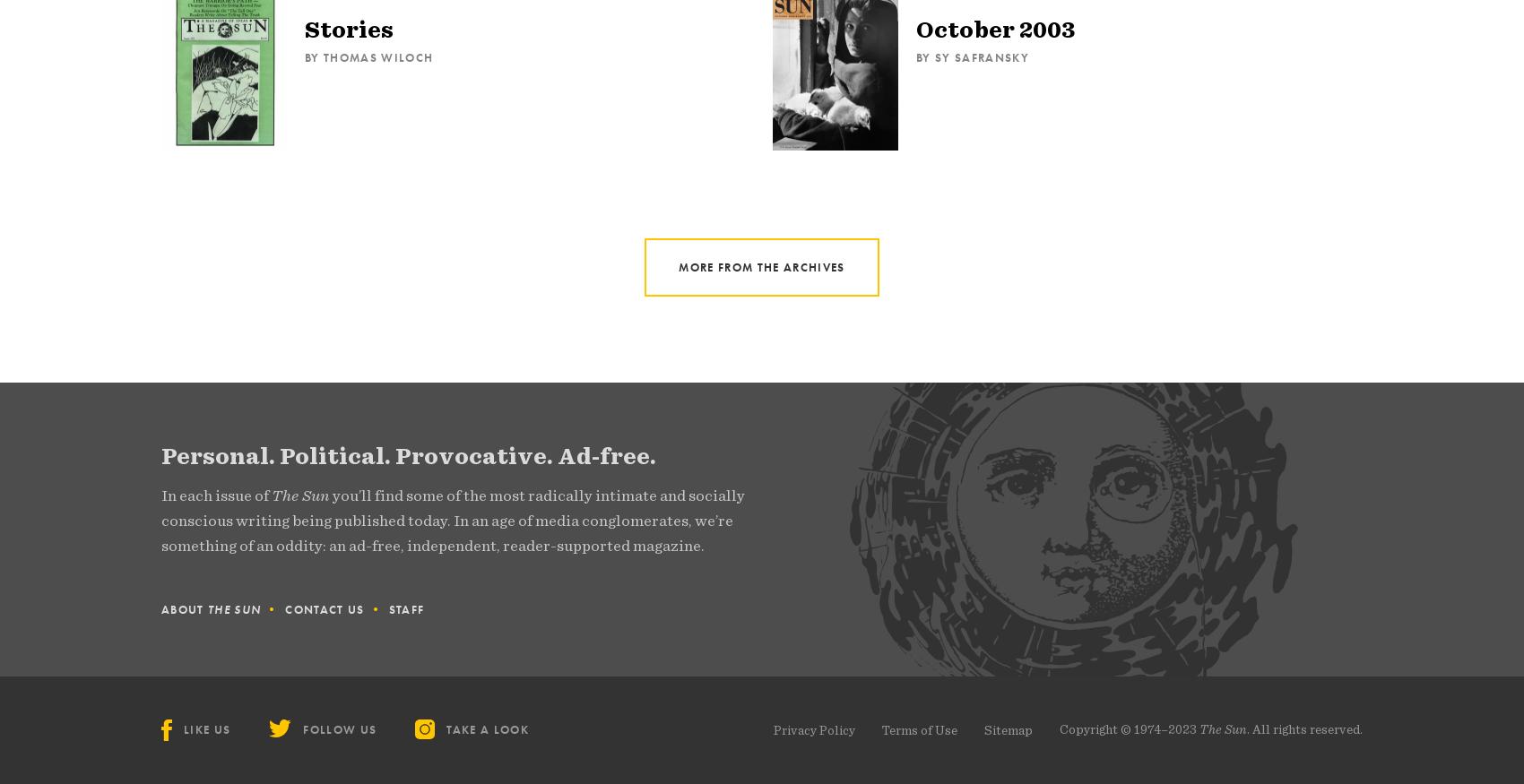  Describe the element at coordinates (981, 57) in the screenshot. I see `'Sy  Safransky'` at that location.